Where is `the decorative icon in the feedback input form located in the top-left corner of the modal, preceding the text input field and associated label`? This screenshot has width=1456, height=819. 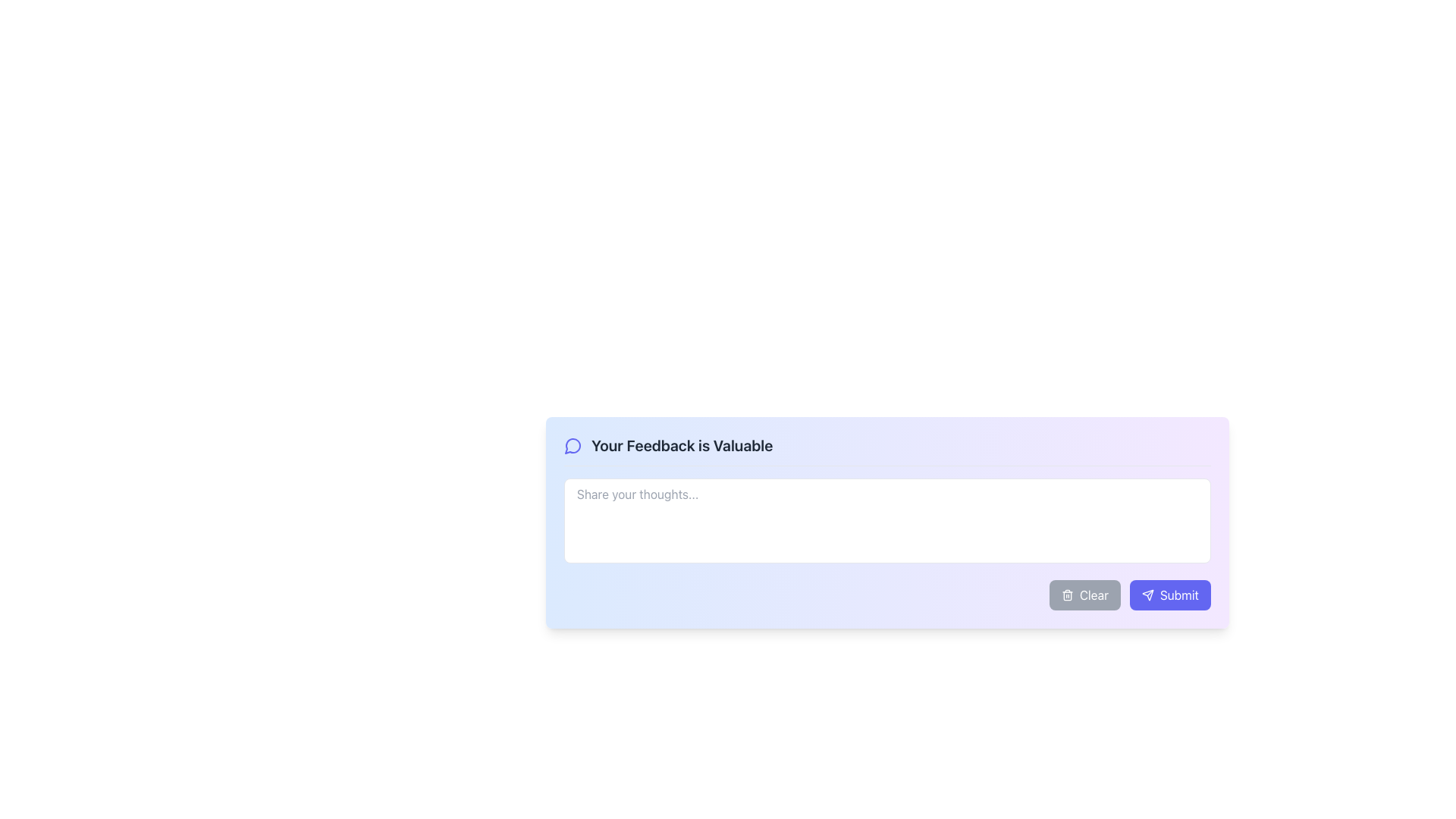
the decorative icon in the feedback input form located in the top-left corner of the modal, preceding the text input field and associated label is located at coordinates (572, 445).